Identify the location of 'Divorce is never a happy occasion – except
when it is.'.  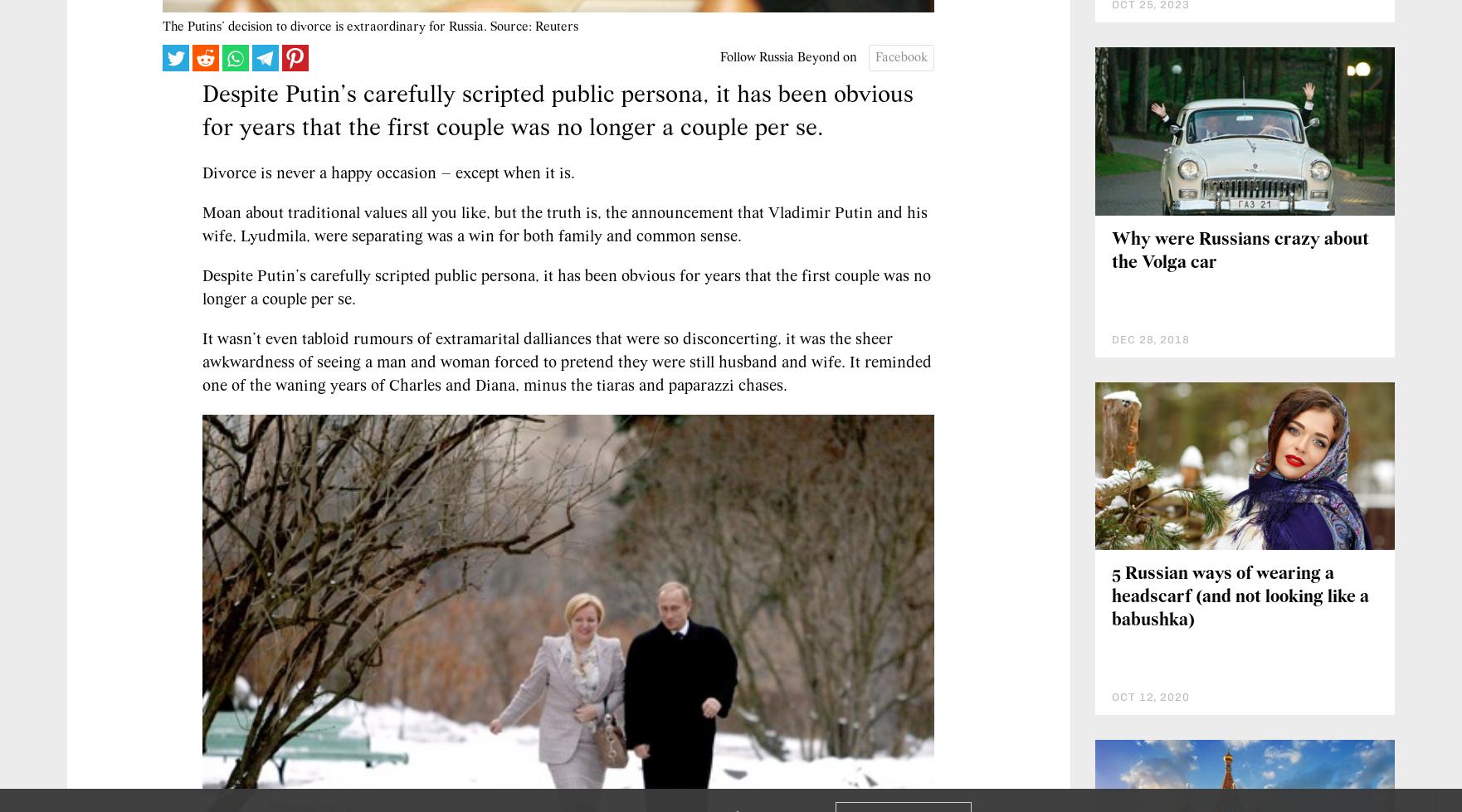
(387, 173).